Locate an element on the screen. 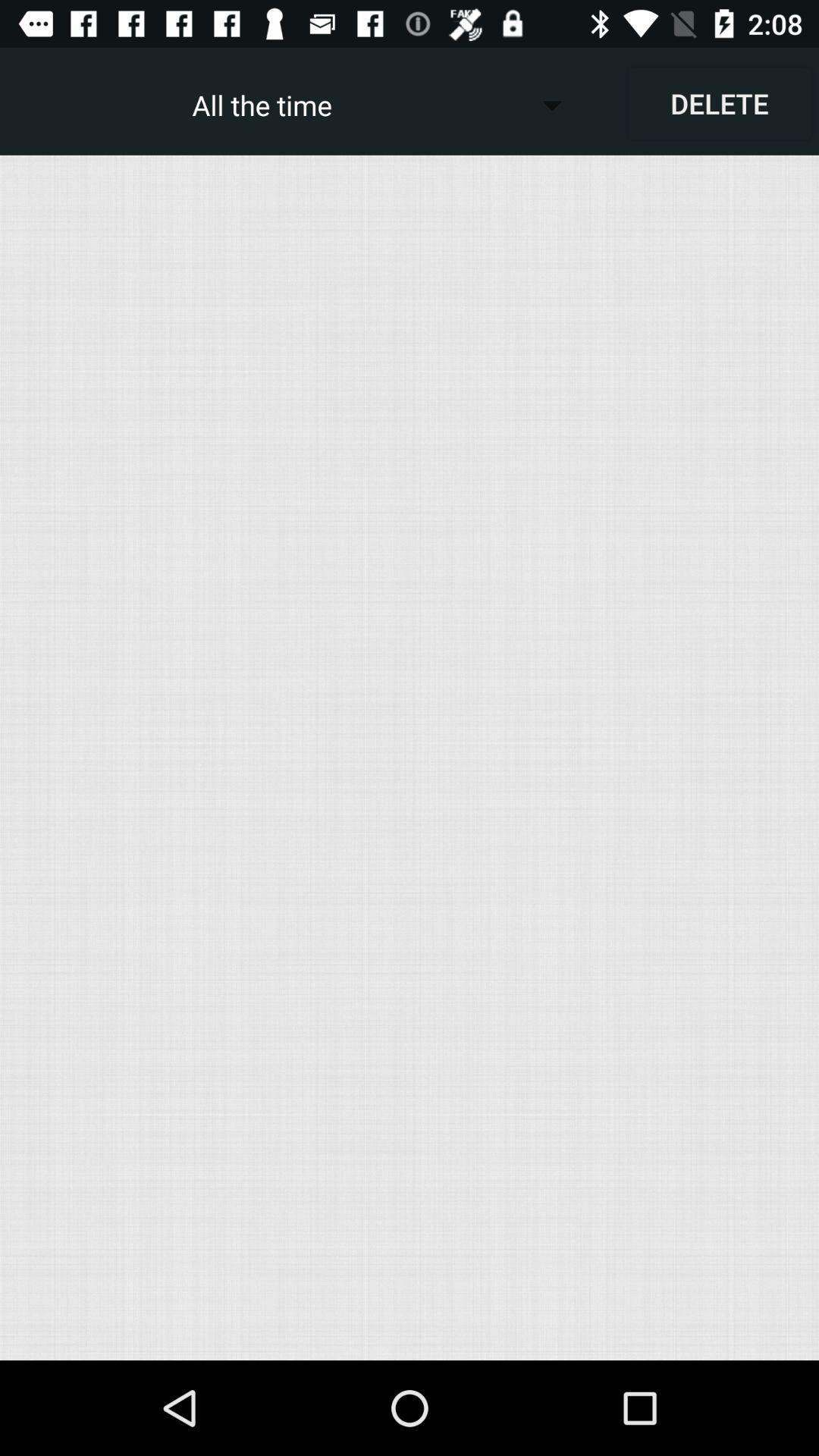 Image resolution: width=819 pixels, height=1456 pixels. app next to the all the time item is located at coordinates (718, 102).